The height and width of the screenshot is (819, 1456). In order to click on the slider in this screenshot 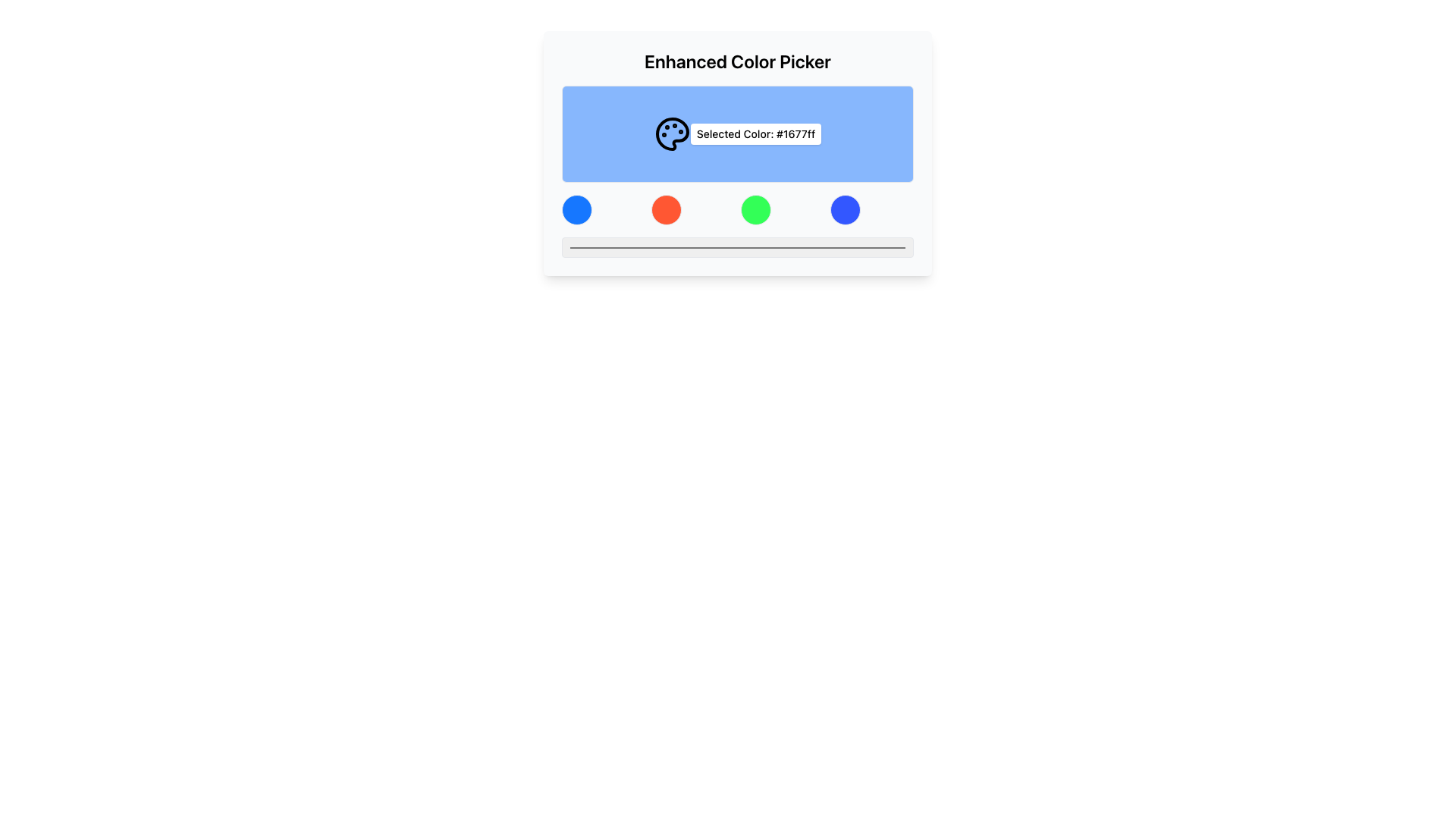, I will do `click(568, 246)`.